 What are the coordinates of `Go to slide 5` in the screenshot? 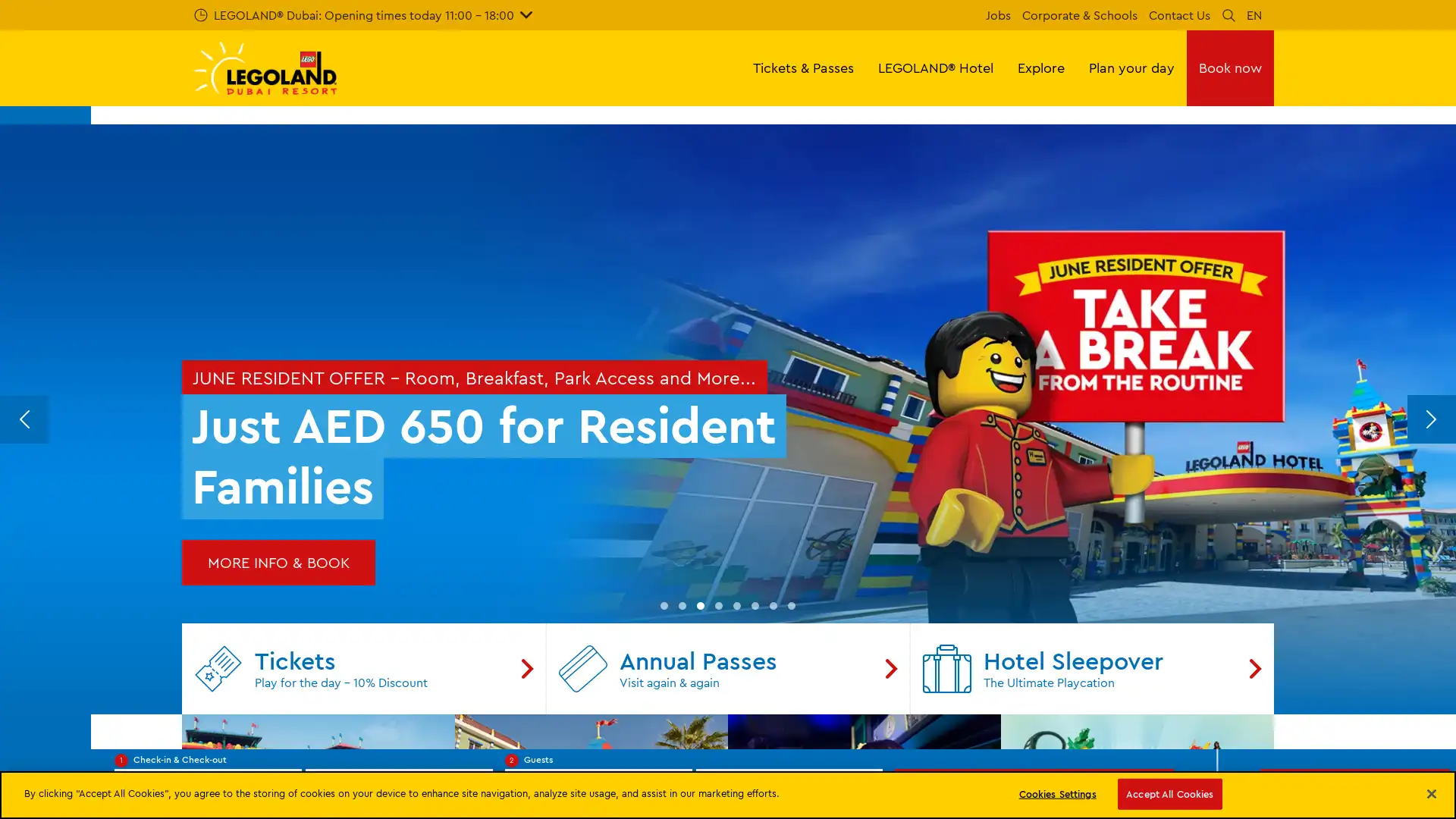 It's located at (736, 604).